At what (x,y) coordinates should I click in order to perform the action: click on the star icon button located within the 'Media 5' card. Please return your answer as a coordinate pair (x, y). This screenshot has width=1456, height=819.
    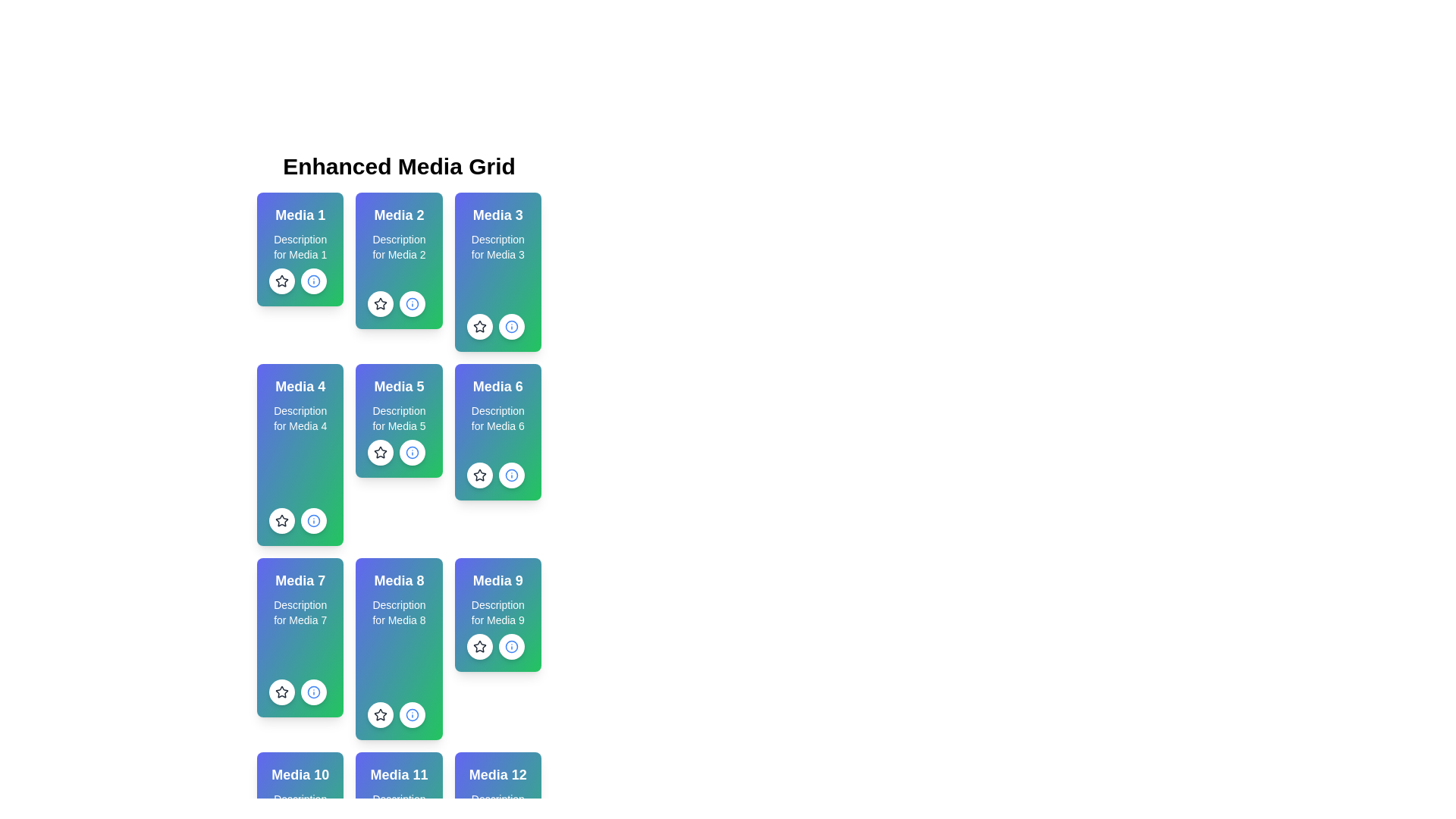
    Looking at the image, I should click on (381, 452).